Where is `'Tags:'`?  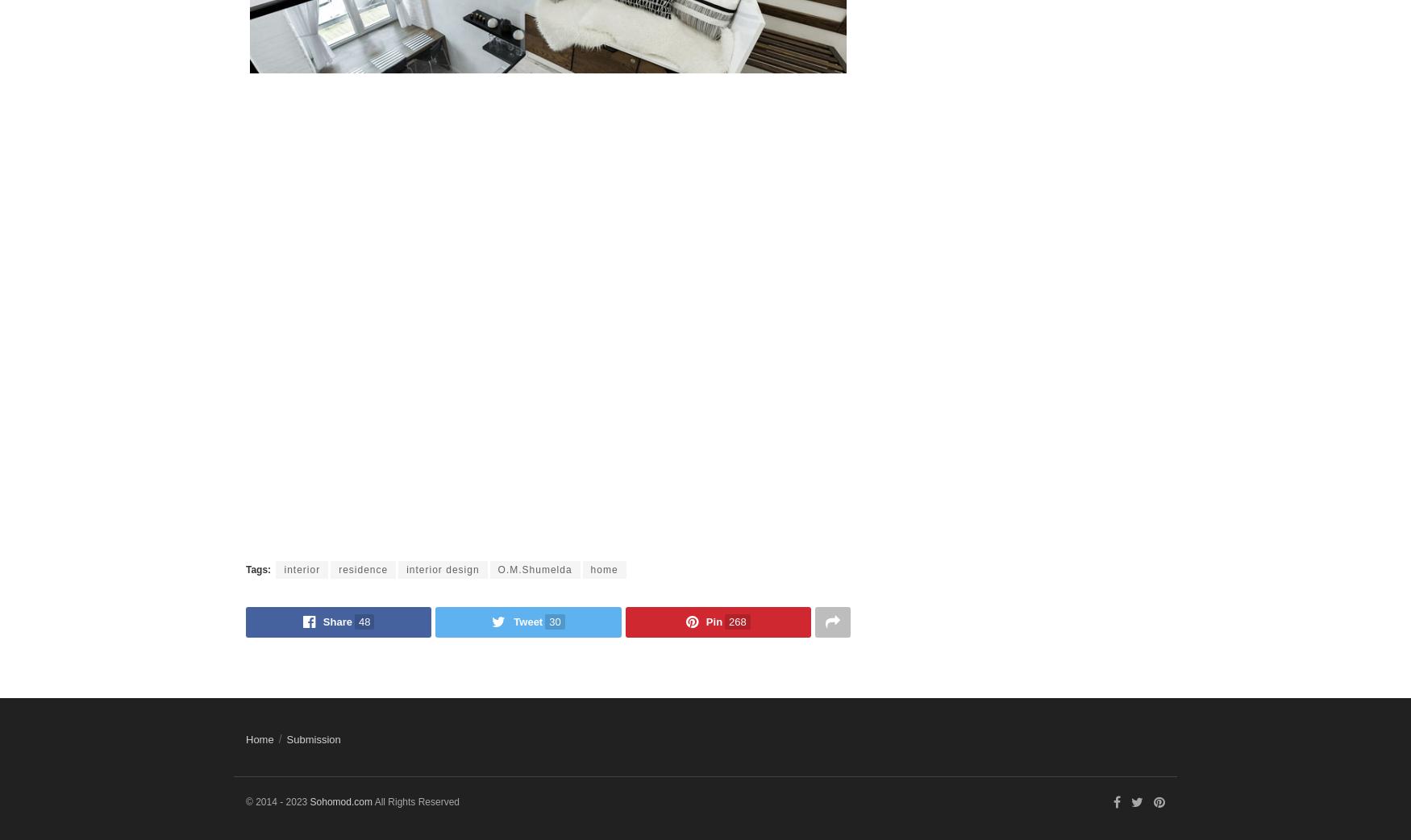
'Tags:' is located at coordinates (245, 568).